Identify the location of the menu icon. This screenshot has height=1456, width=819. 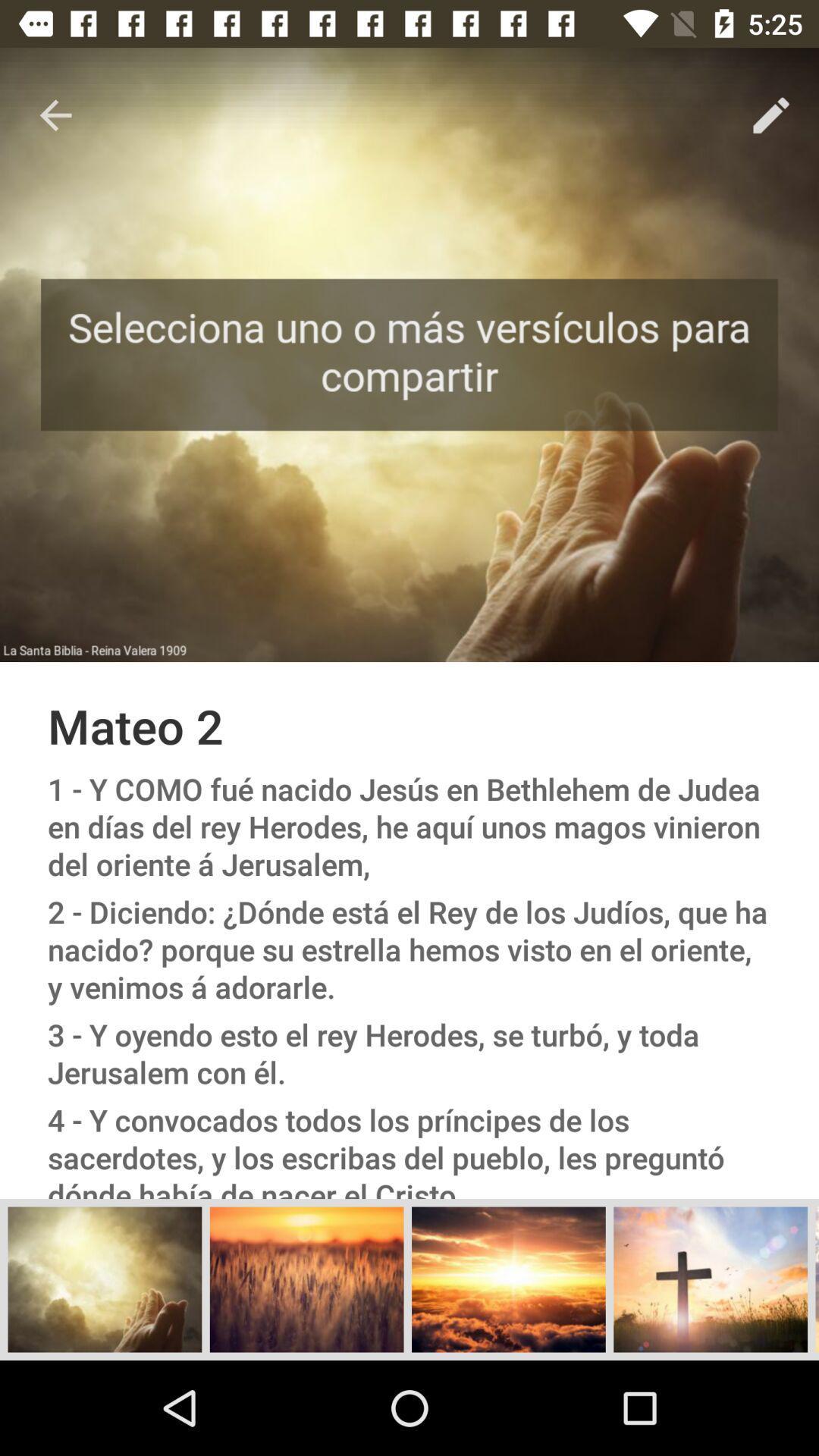
(816, 1279).